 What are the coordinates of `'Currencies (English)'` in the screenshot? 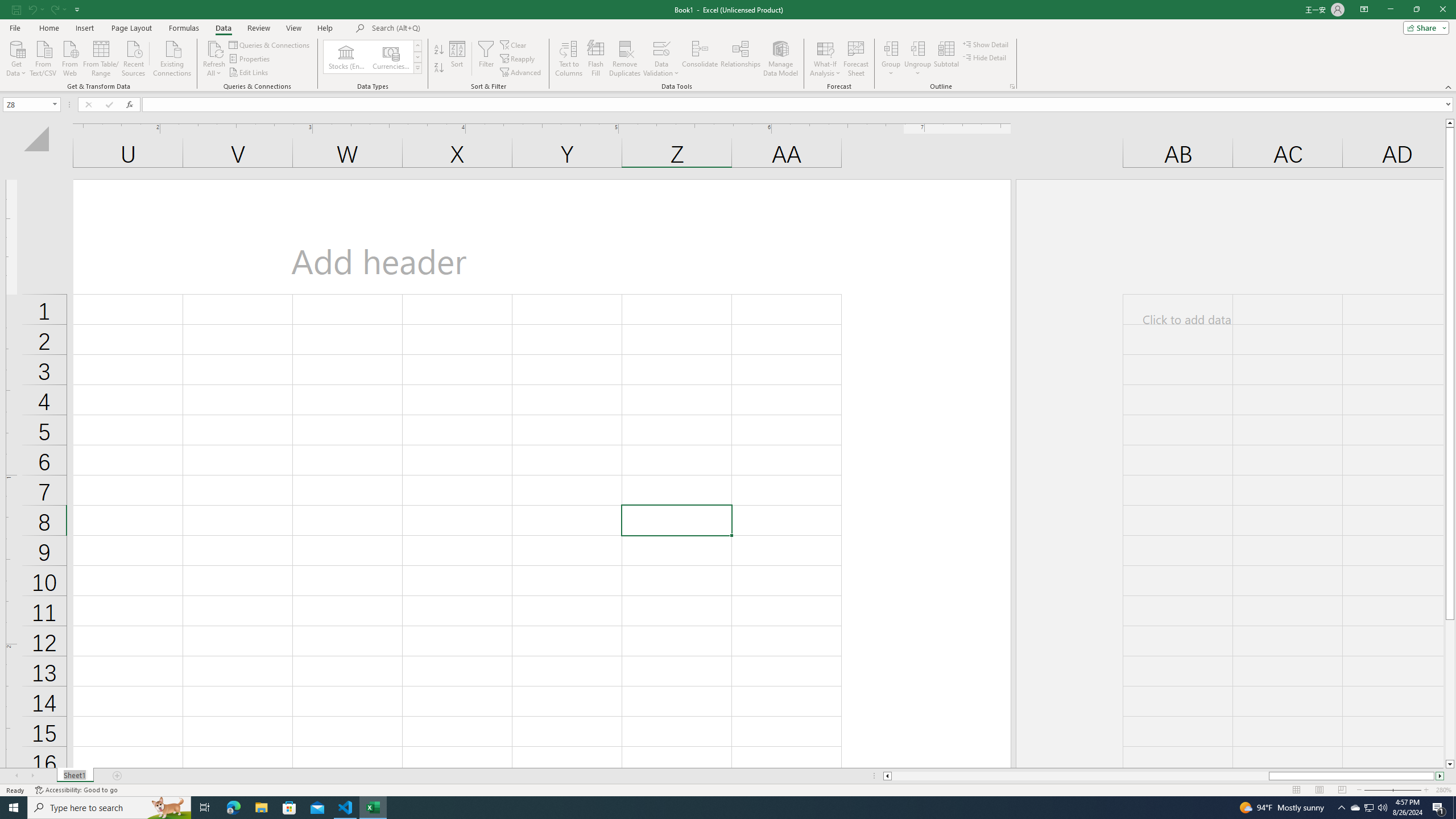 It's located at (390, 56).